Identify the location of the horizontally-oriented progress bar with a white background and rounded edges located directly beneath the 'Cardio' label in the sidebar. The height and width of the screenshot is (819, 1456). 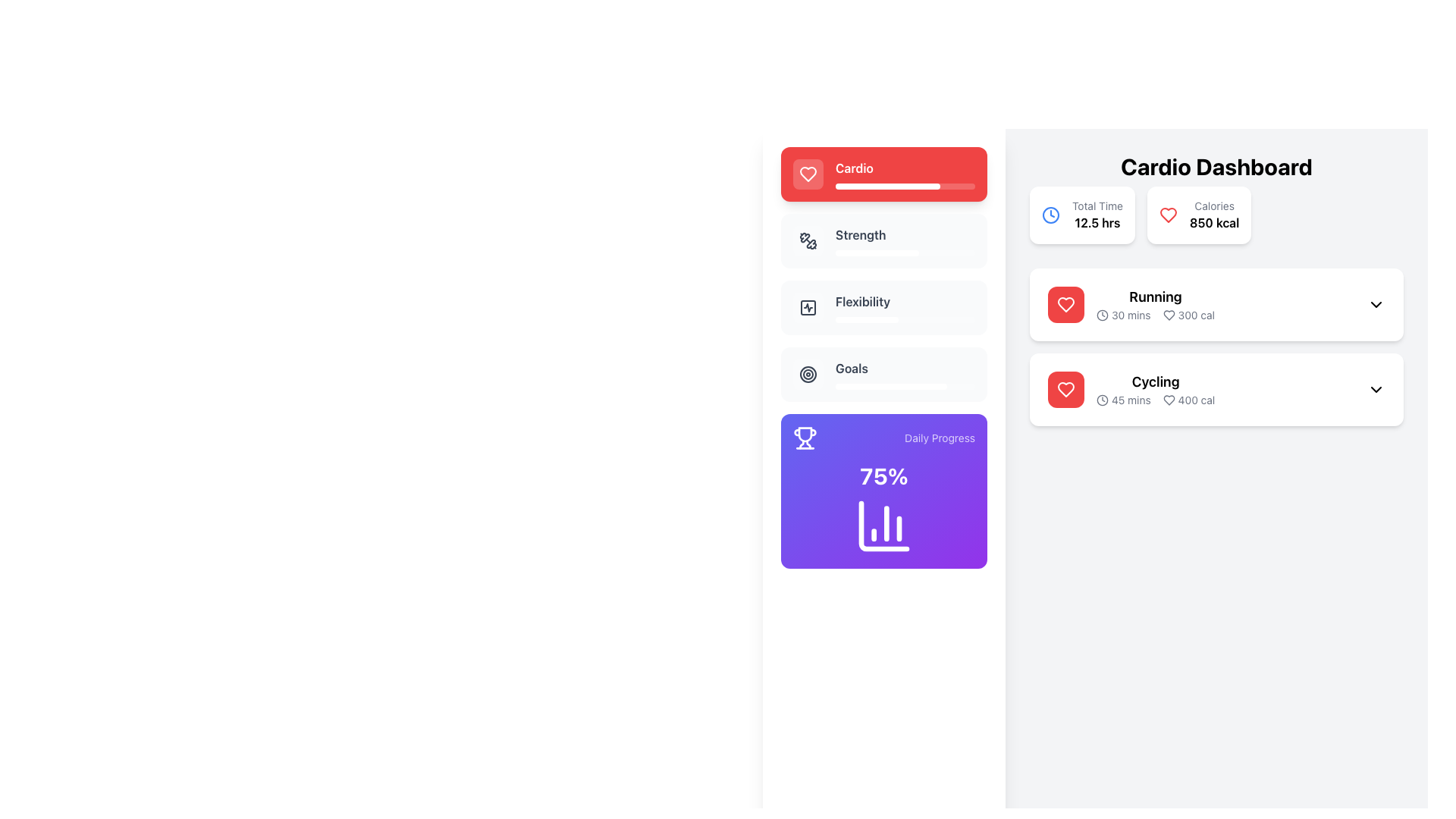
(905, 186).